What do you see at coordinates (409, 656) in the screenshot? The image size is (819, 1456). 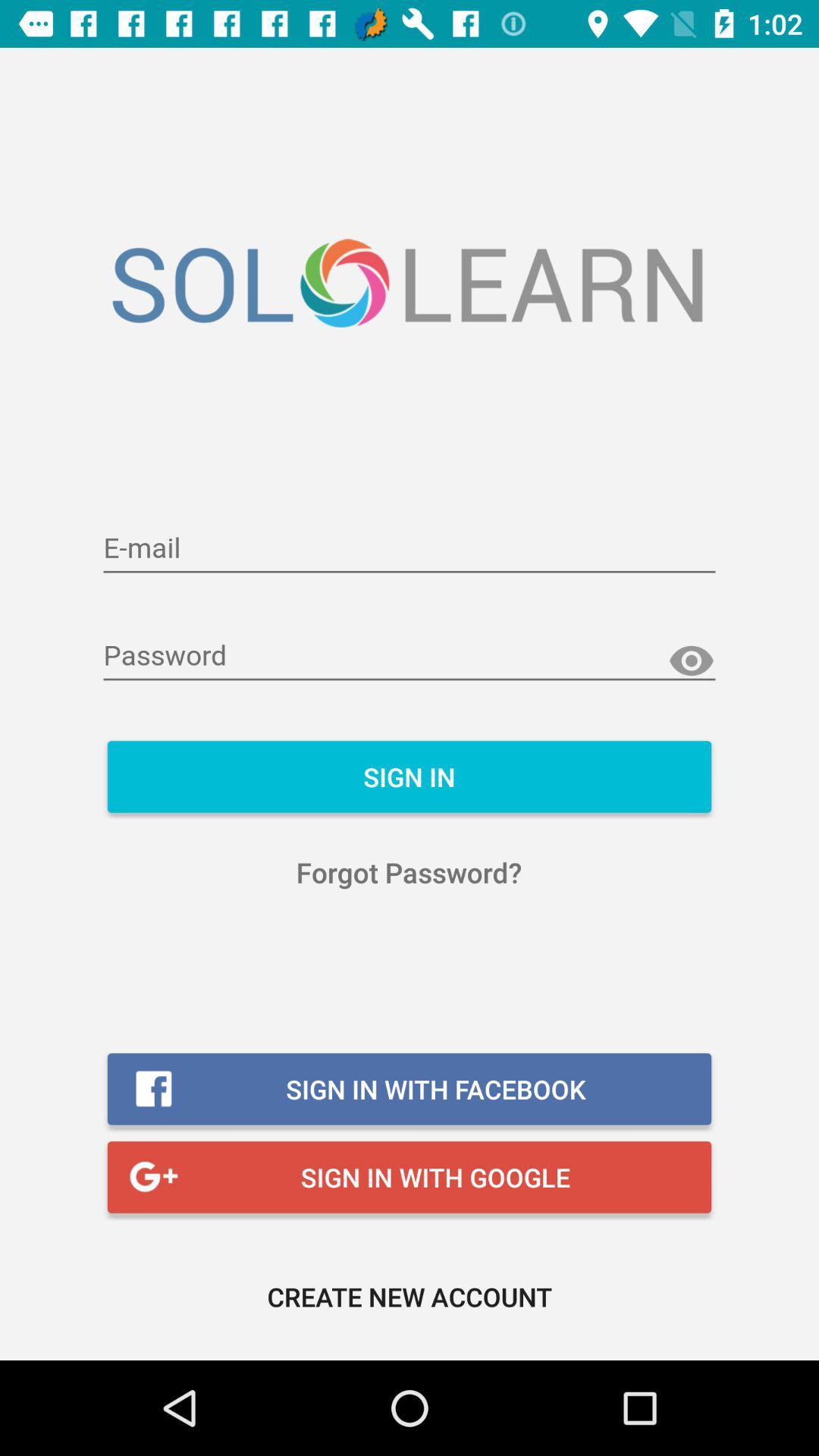 I see `password field` at bounding box center [409, 656].